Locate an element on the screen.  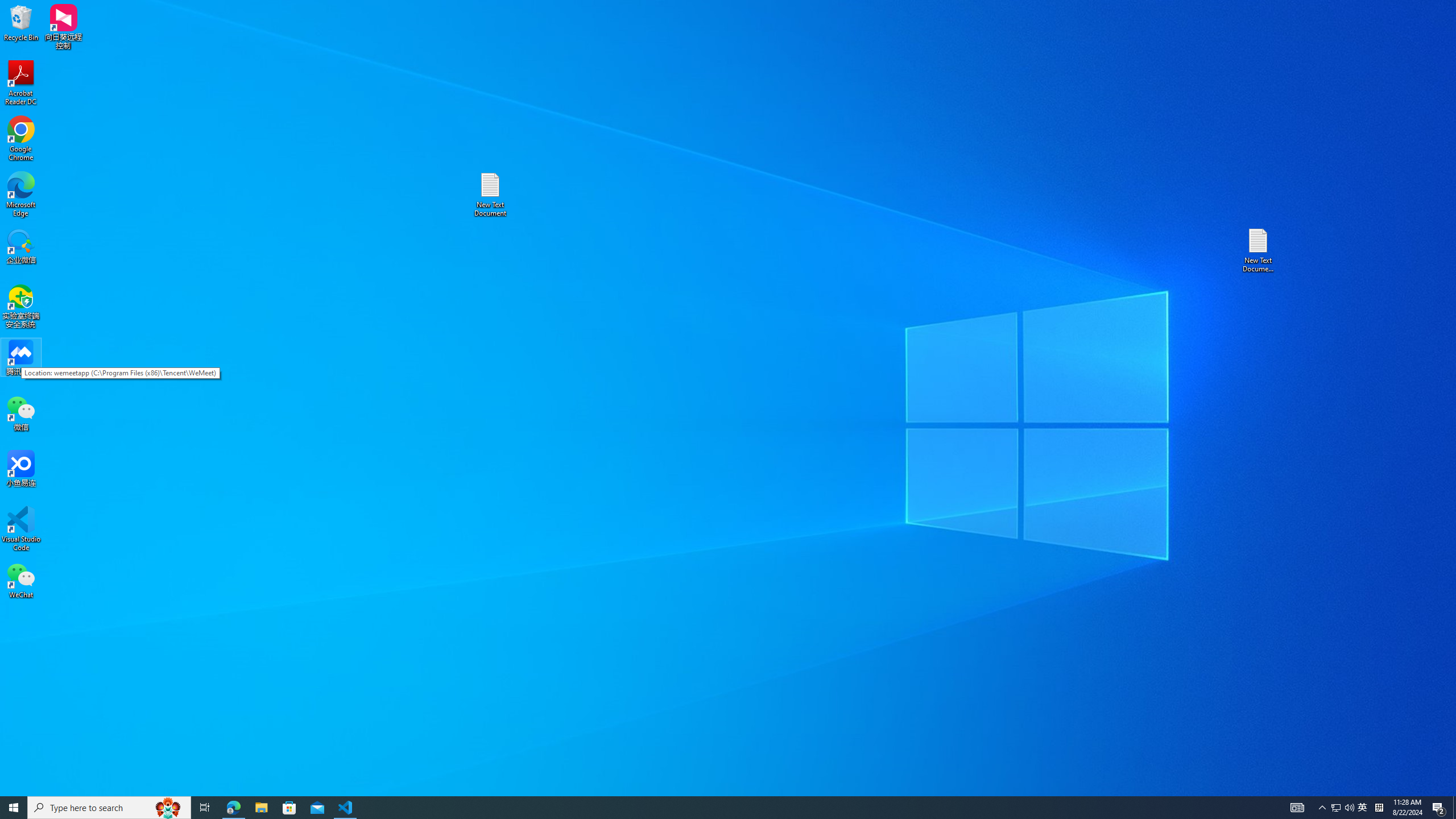
'Type here to search' is located at coordinates (109, 806).